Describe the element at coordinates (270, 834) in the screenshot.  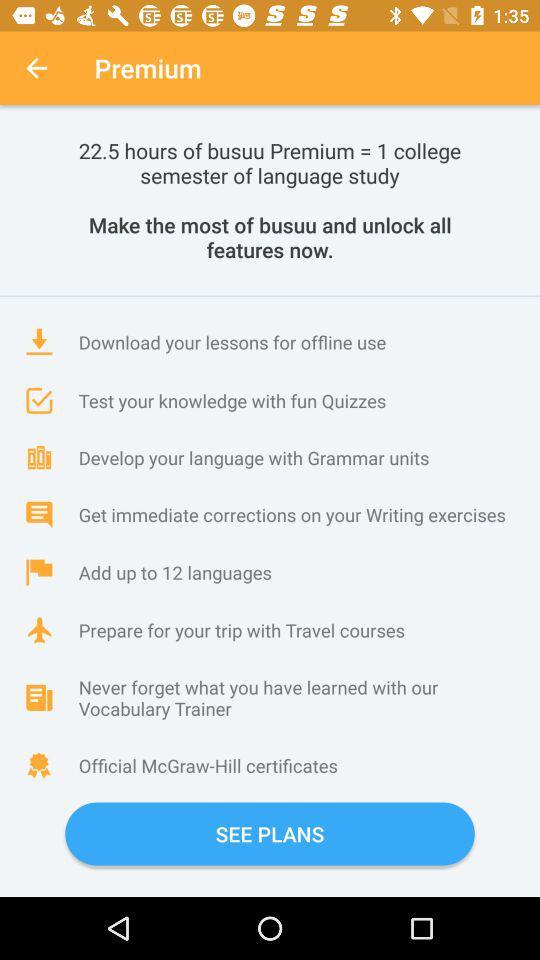
I see `icon below the official mcgraw hill item` at that location.